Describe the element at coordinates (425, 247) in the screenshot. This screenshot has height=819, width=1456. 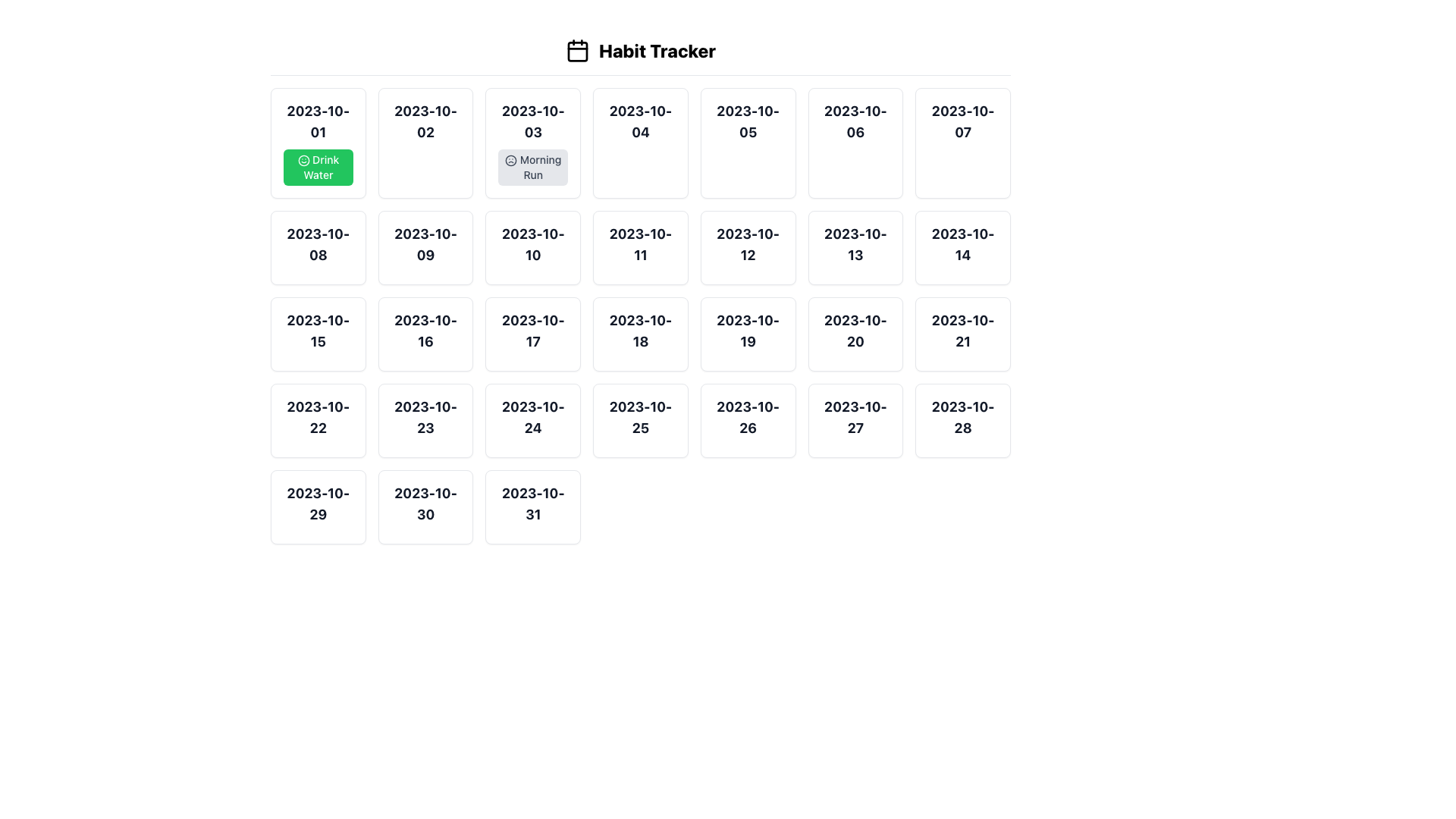
I see `the Informative block displaying the date '2023-10-09', which is a rectangular block with a white background and rounded corners located in the fourth column of the second row in the grid` at that location.